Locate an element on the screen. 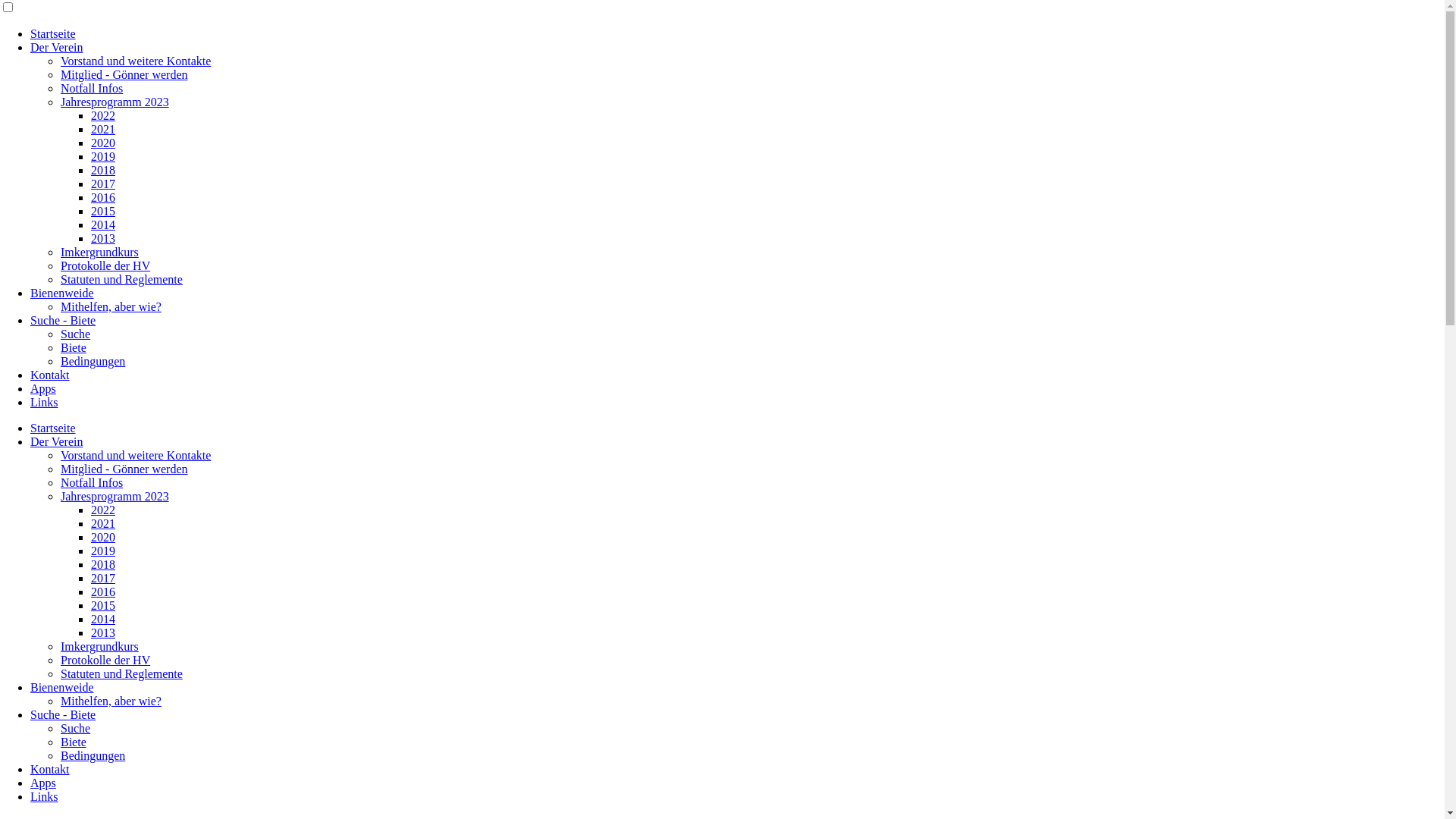 This screenshot has height=819, width=1456. 'Mithelfen, aber wie?' is located at coordinates (110, 701).